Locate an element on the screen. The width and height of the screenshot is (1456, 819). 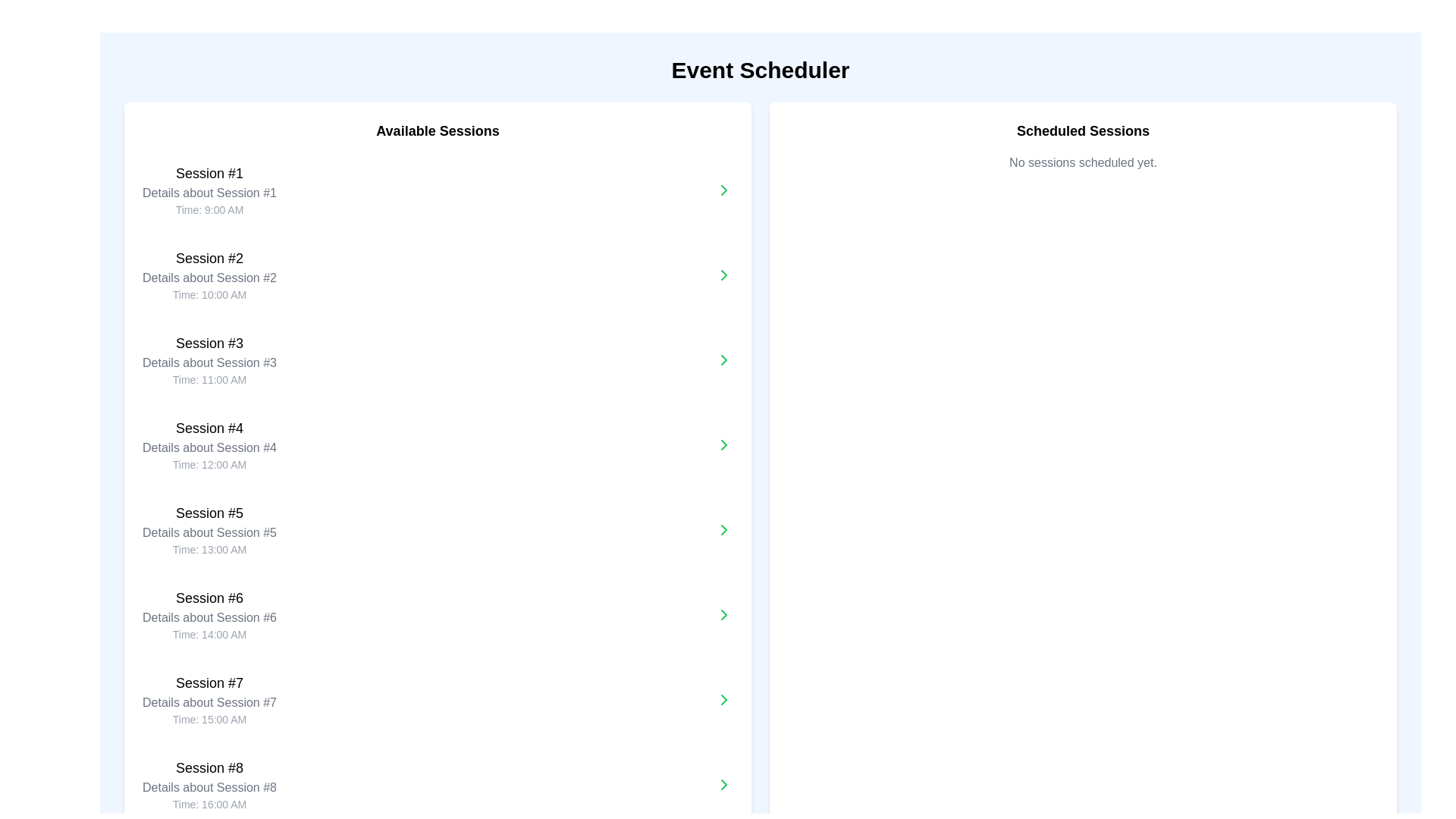
the navigational icon for 'Session #8' located in the 'Available Sessions' section is located at coordinates (723, 784).